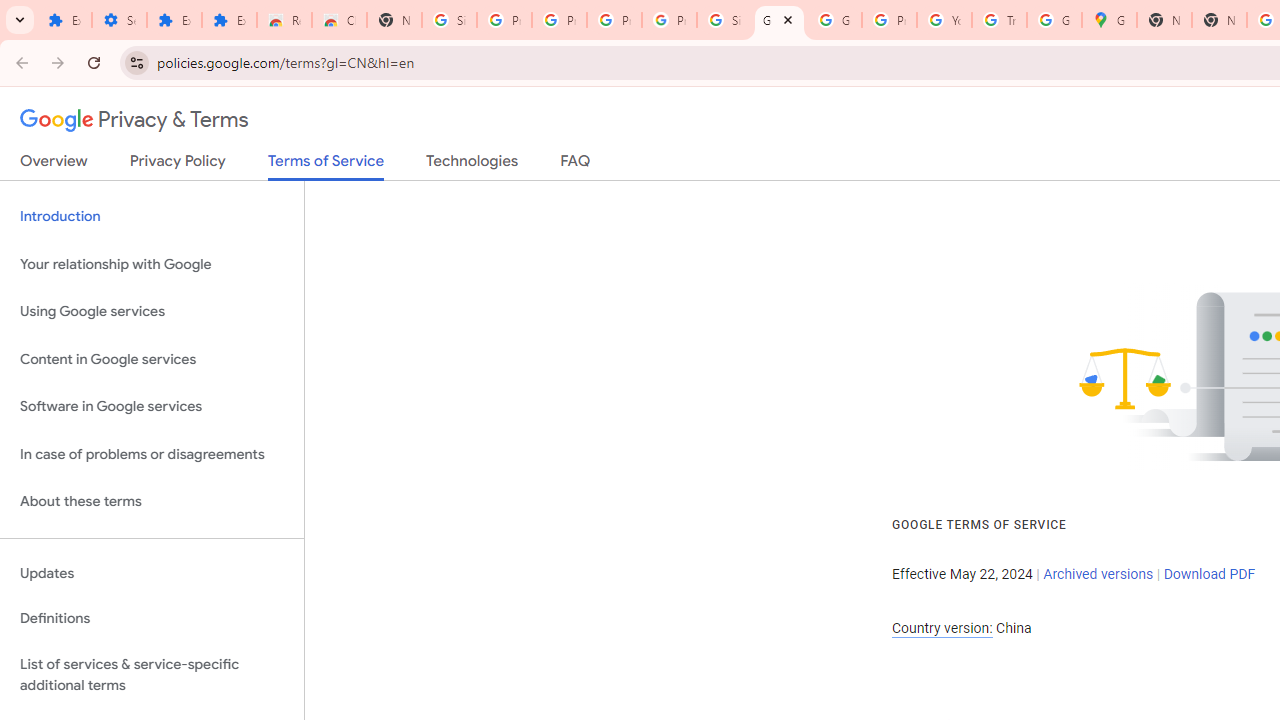 The height and width of the screenshot is (720, 1280). What do you see at coordinates (1097, 574) in the screenshot?
I see `'Archived versions'` at bounding box center [1097, 574].